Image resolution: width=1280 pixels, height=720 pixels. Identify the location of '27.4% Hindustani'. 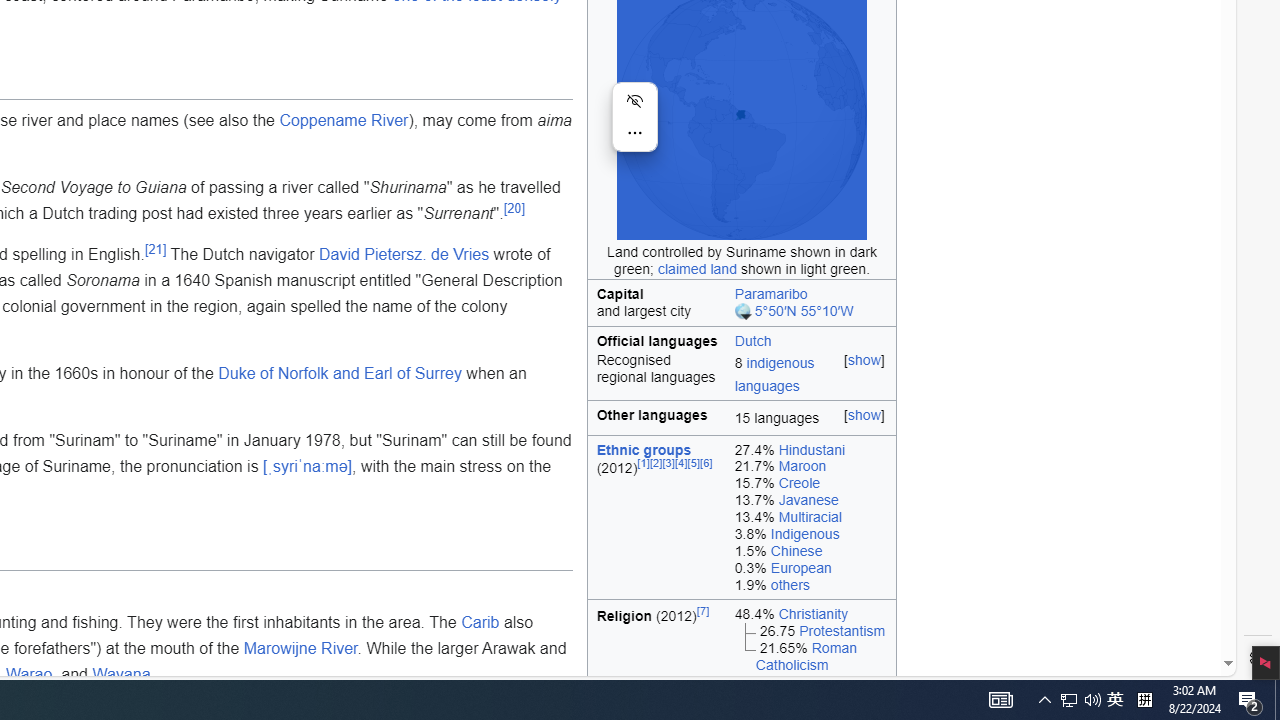
(810, 450).